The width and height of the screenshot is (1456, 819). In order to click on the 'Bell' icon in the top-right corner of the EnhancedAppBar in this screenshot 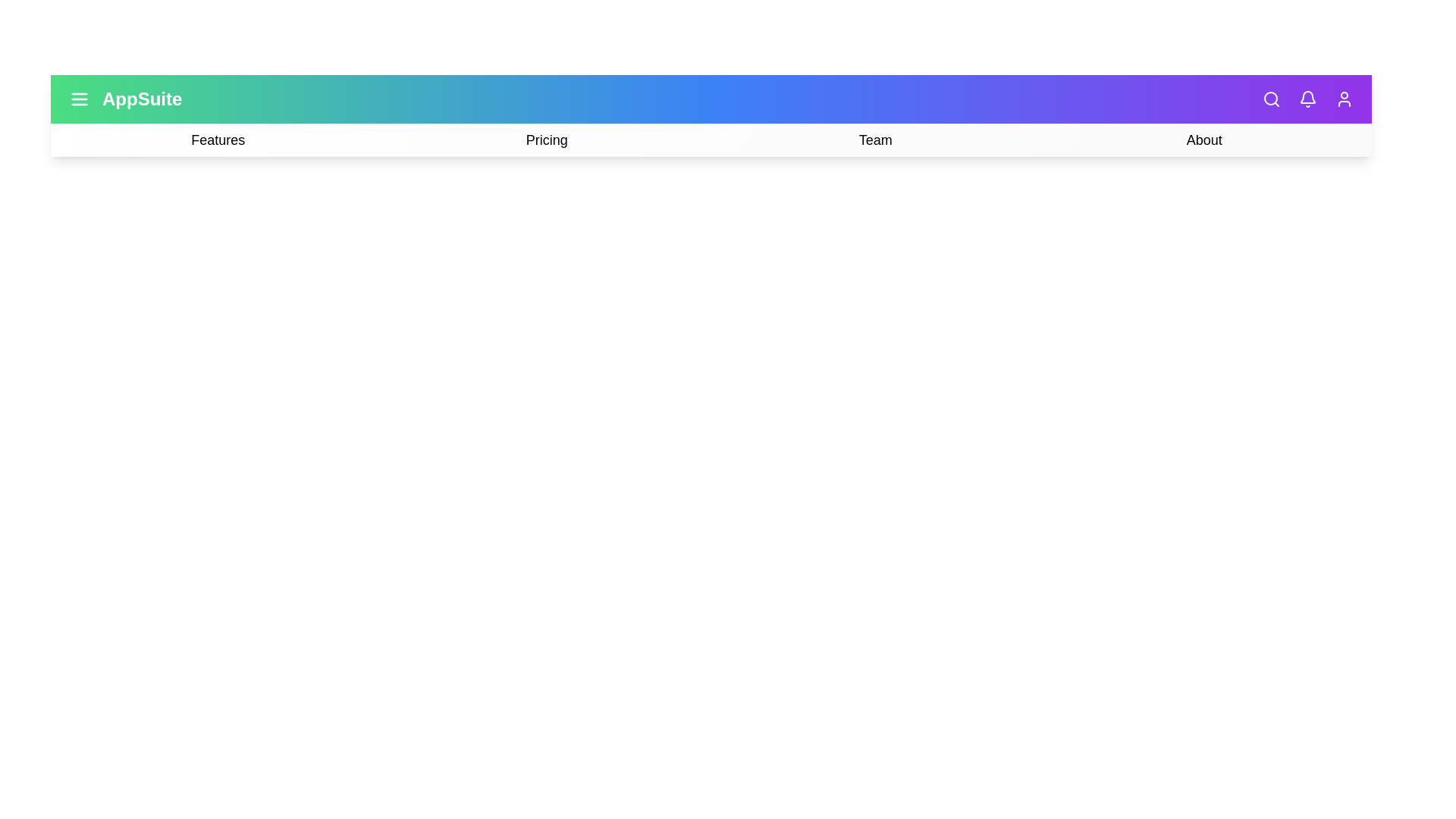, I will do `click(1307, 99)`.